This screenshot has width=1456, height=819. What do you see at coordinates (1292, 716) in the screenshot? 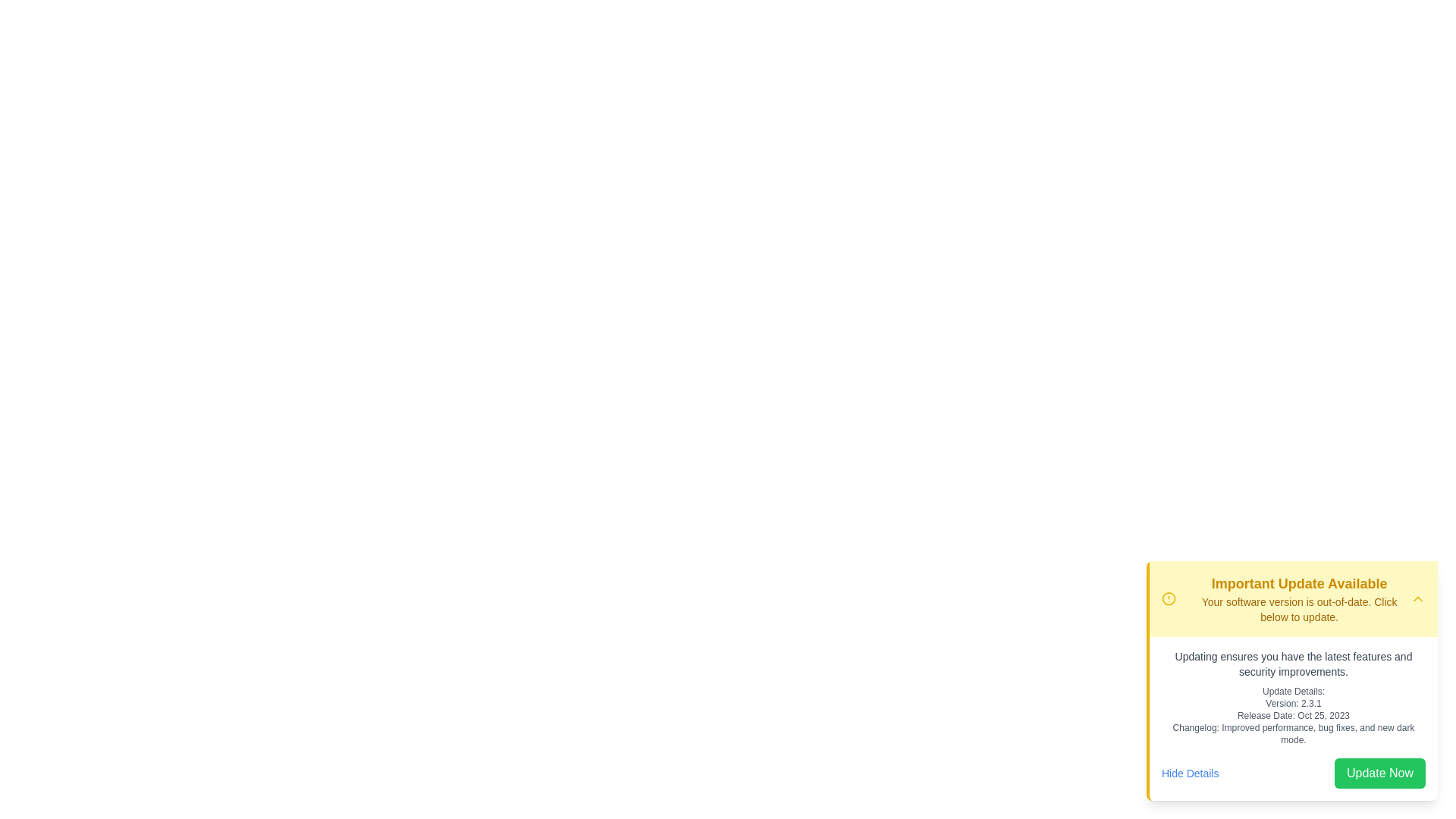
I see `the text label that provides information about the release date of the software version, positioned below 'Version: 2.3.1' and above the changelog description` at bounding box center [1292, 716].